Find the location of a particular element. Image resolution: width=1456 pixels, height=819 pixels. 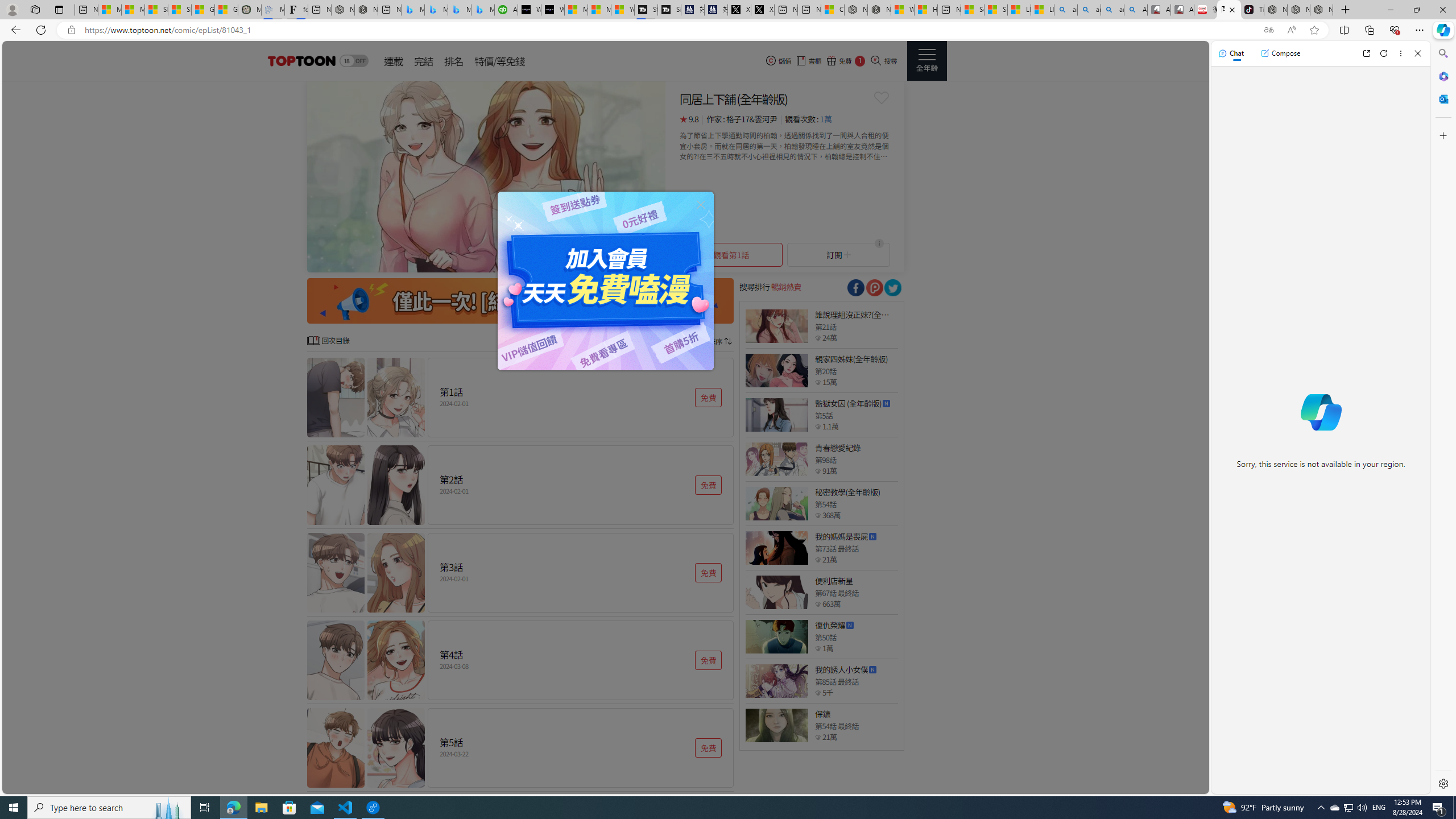

'Amazon Echo Robot - Search Images' is located at coordinates (1135, 9).